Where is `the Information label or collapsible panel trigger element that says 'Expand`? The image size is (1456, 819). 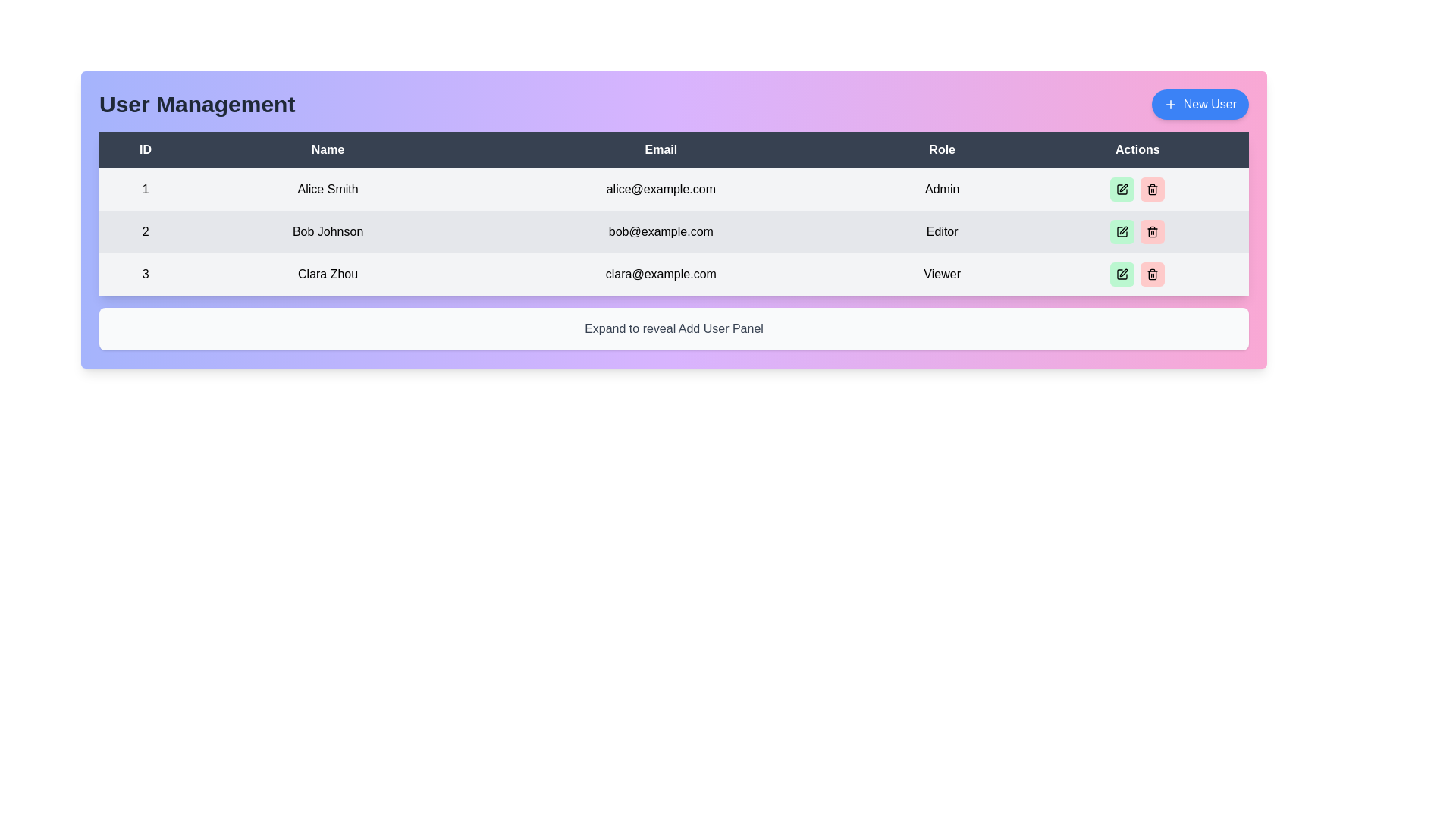
the Information label or collapsible panel trigger element that says 'Expand is located at coordinates (673, 328).